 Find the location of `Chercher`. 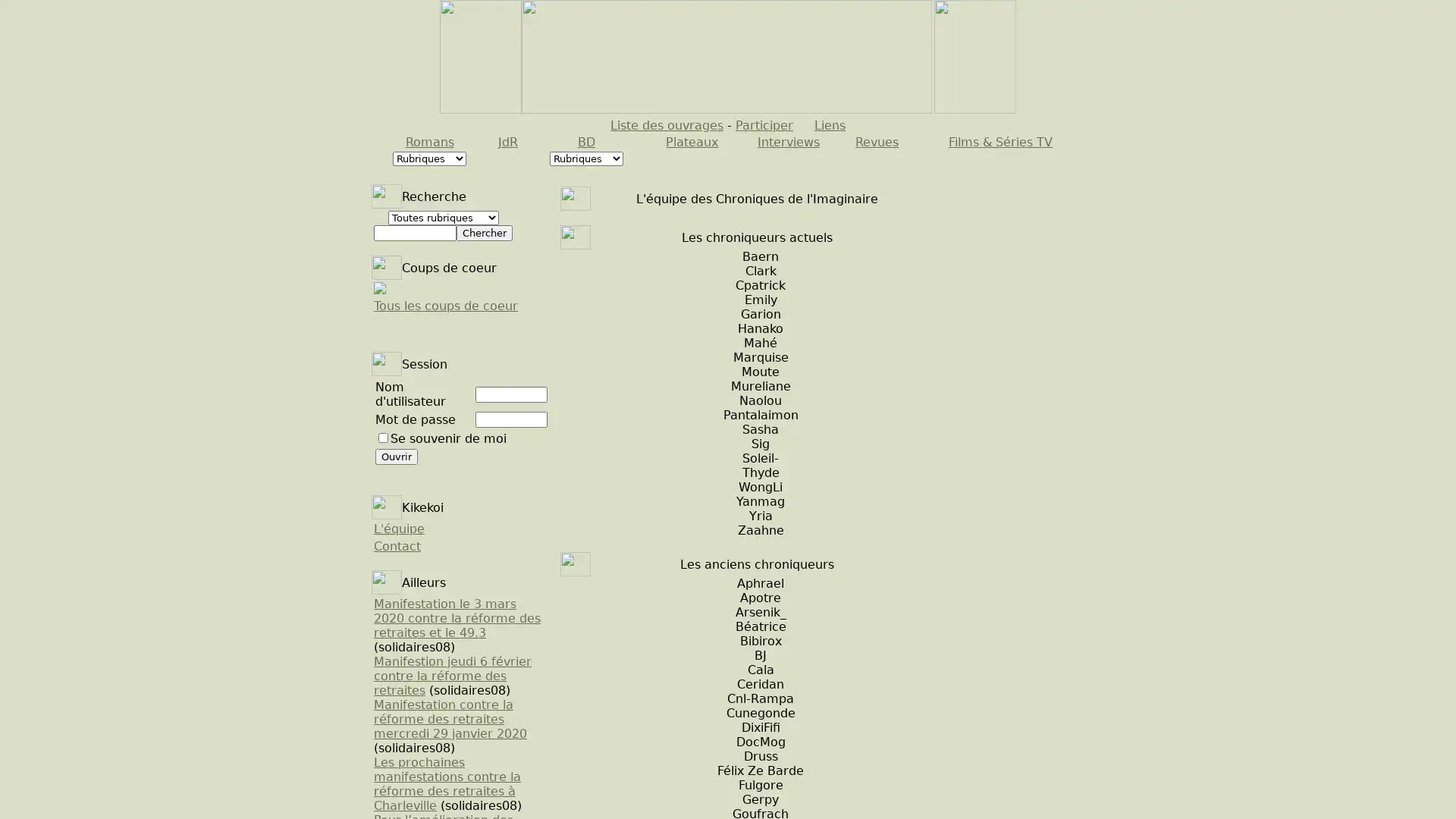

Chercher is located at coordinates (483, 233).